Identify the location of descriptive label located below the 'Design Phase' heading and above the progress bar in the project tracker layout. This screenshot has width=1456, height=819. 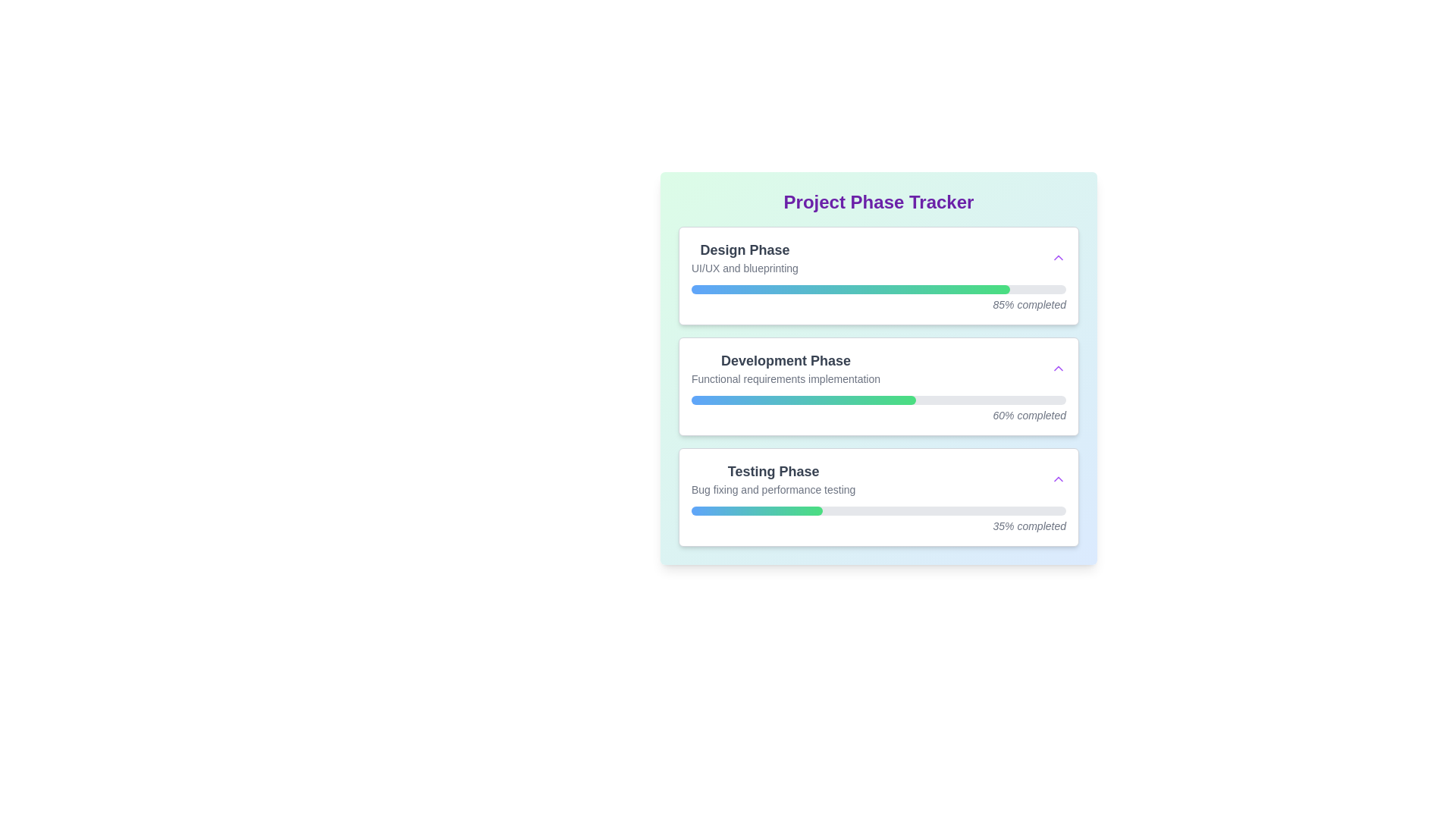
(745, 268).